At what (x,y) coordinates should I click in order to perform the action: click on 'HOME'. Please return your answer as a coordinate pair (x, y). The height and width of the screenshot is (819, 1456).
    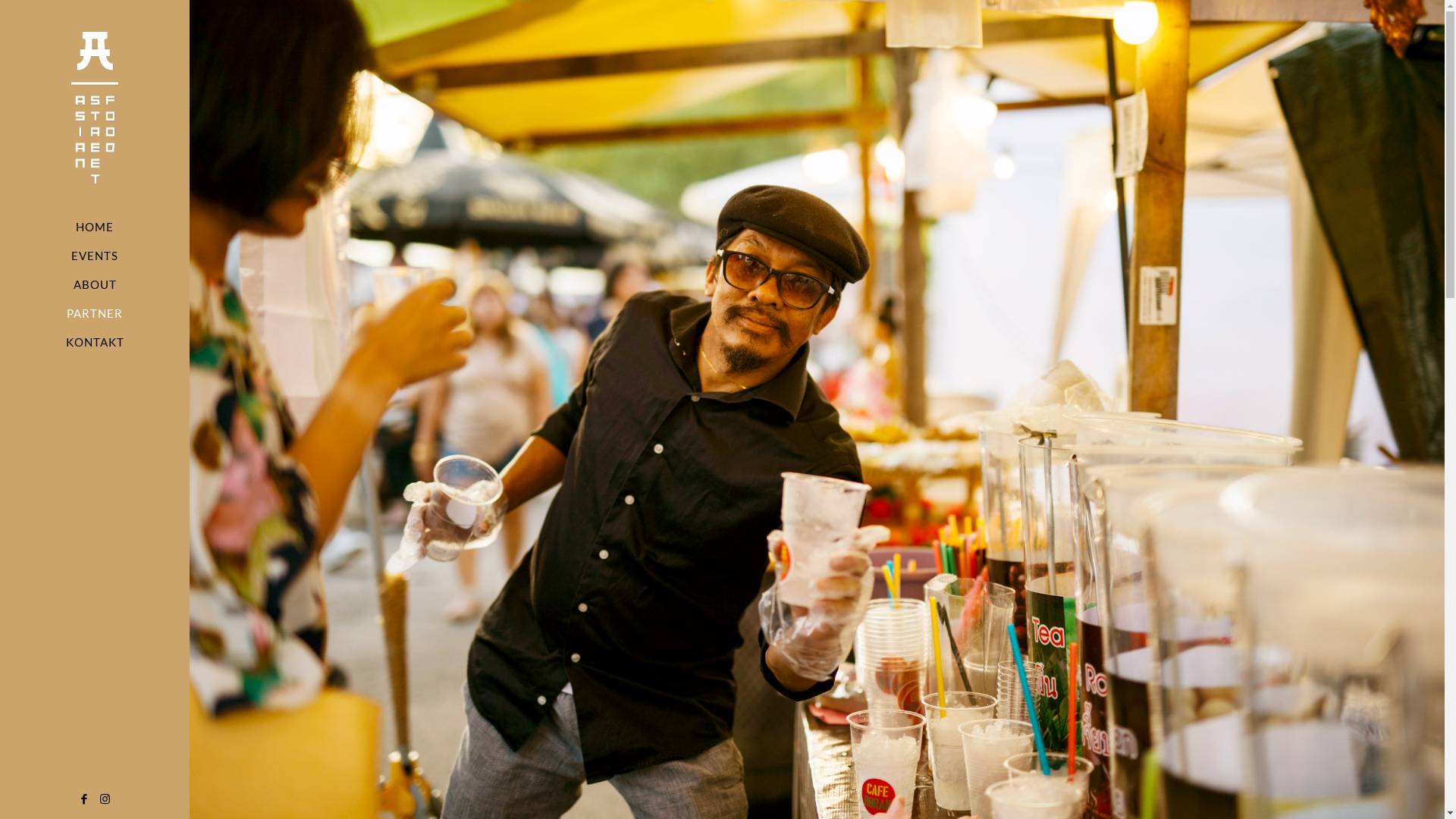
    Looking at the image, I should click on (93, 227).